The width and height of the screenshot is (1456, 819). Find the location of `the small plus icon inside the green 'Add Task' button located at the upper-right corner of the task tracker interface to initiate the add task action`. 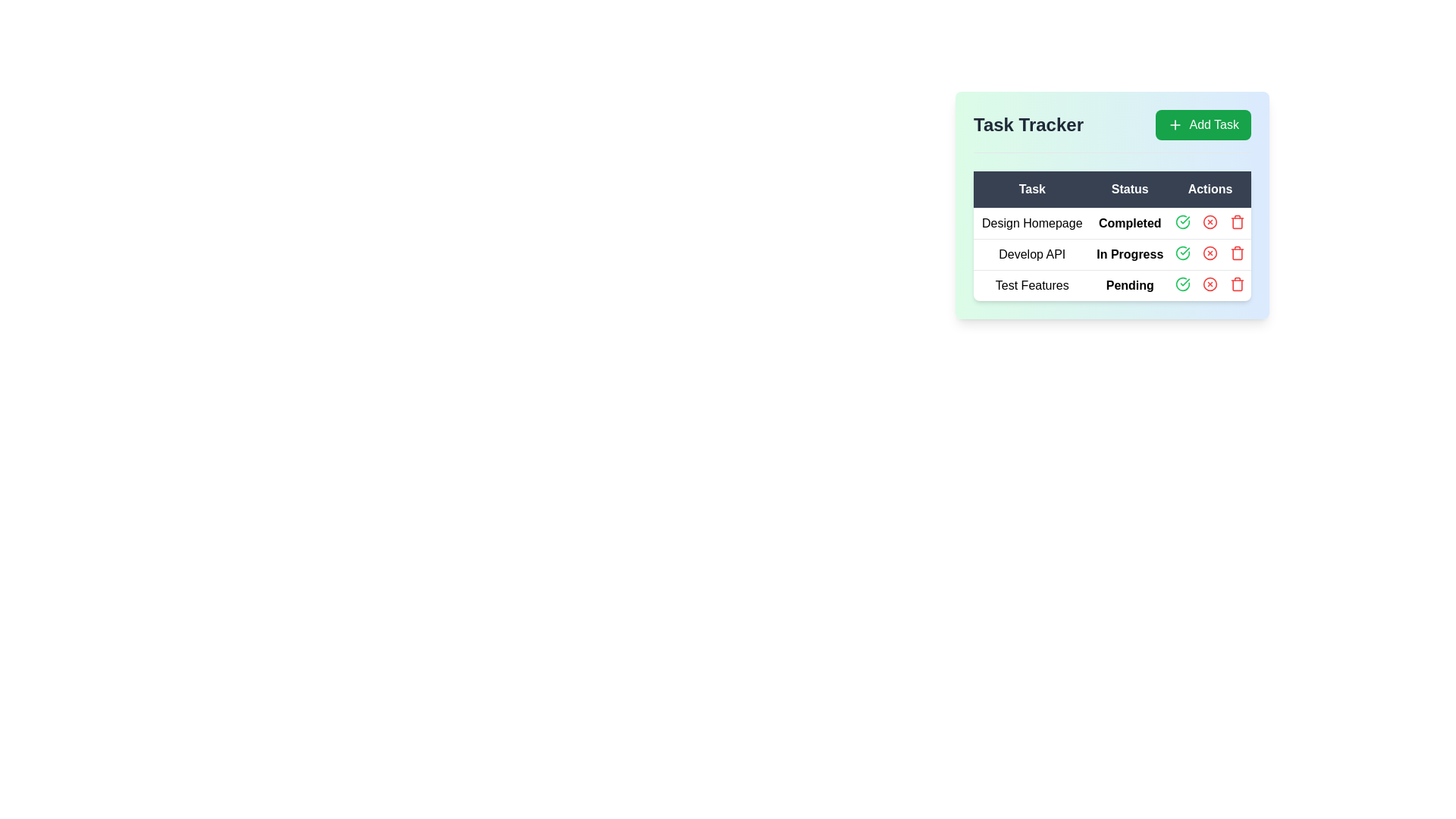

the small plus icon inside the green 'Add Task' button located at the upper-right corner of the task tracker interface to initiate the add task action is located at coordinates (1175, 124).